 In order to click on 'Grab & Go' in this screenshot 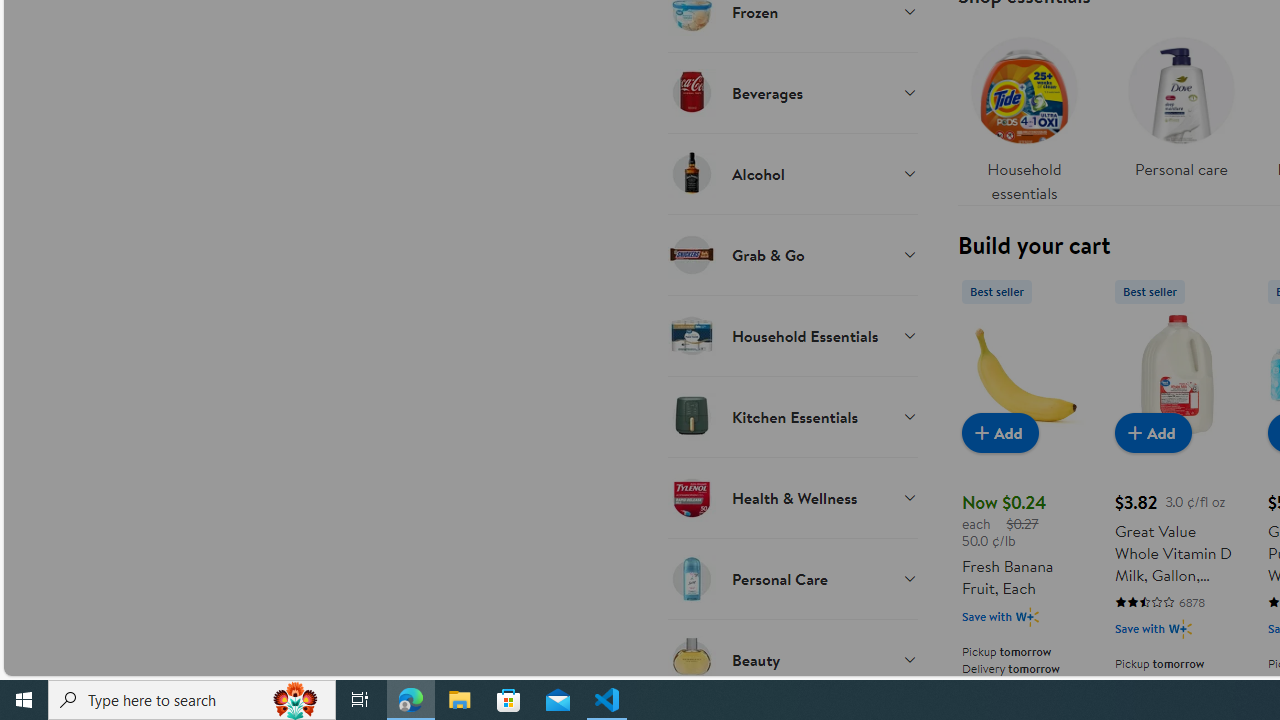, I will do `click(791, 253)`.